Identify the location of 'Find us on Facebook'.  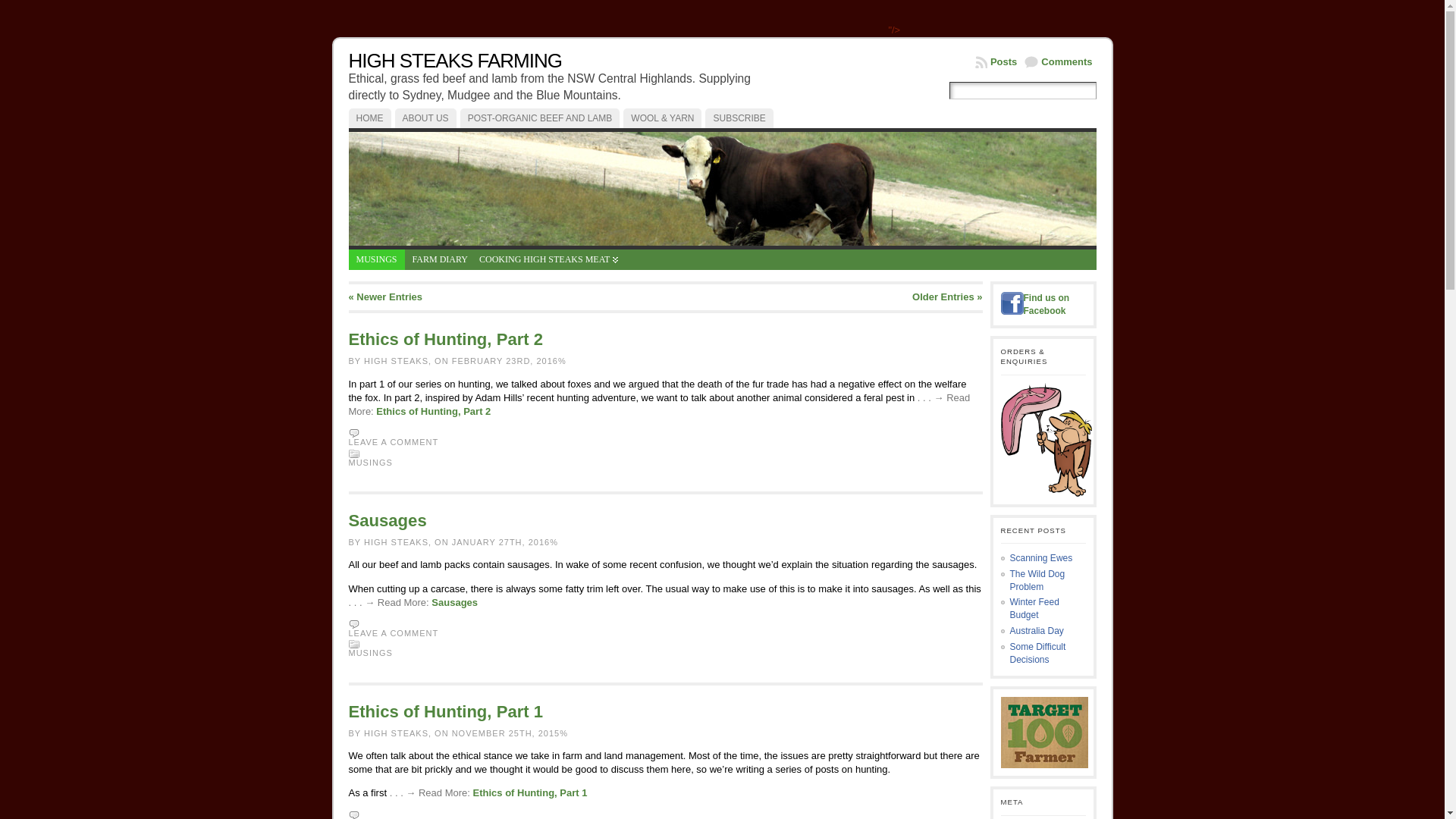
(1046, 304).